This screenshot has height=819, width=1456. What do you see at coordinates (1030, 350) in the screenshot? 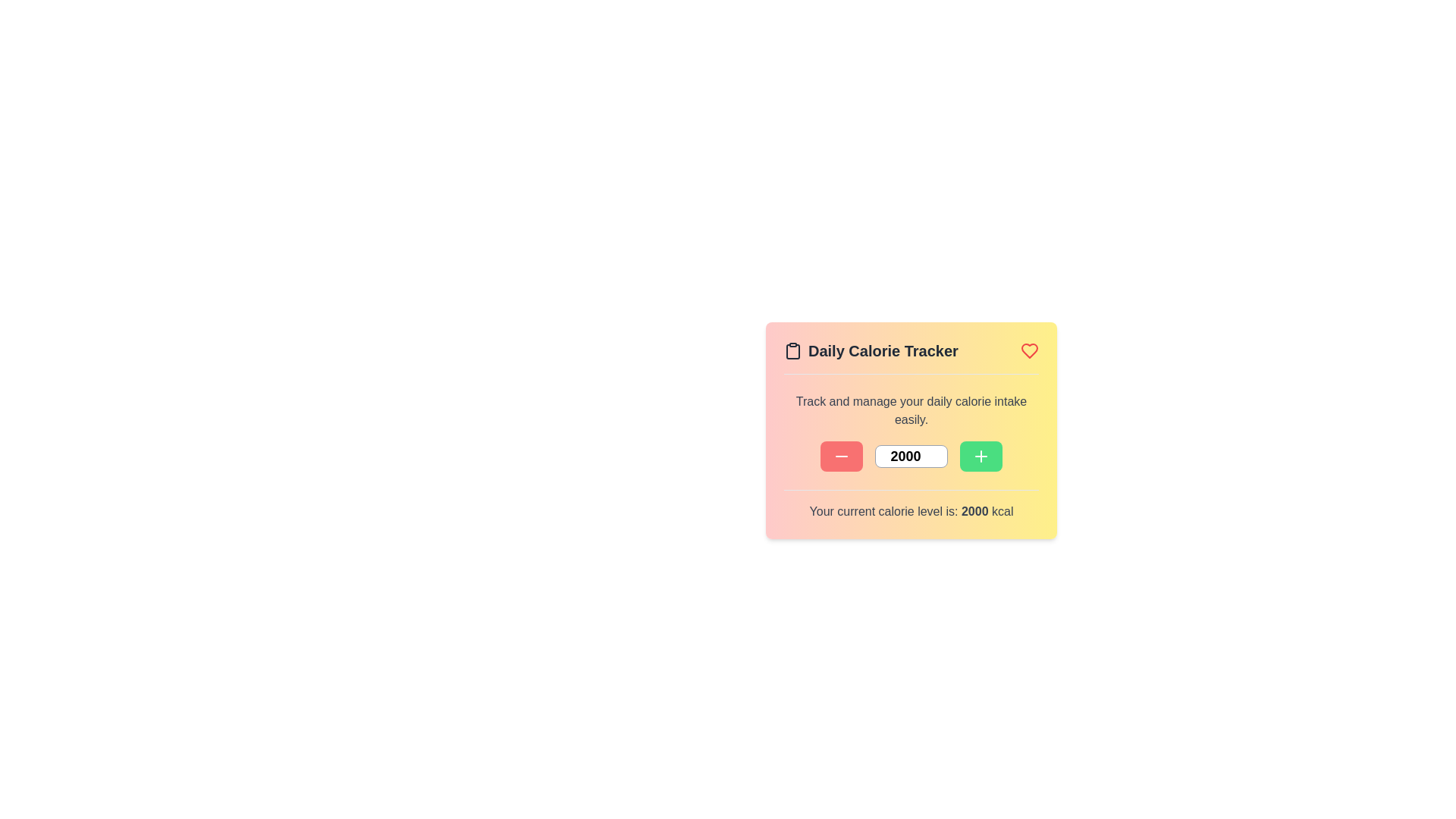
I see `the current visual state of the heart-shaped icon located in the top-right corner of the 'Daily Calorie Tracker' content card` at bounding box center [1030, 350].